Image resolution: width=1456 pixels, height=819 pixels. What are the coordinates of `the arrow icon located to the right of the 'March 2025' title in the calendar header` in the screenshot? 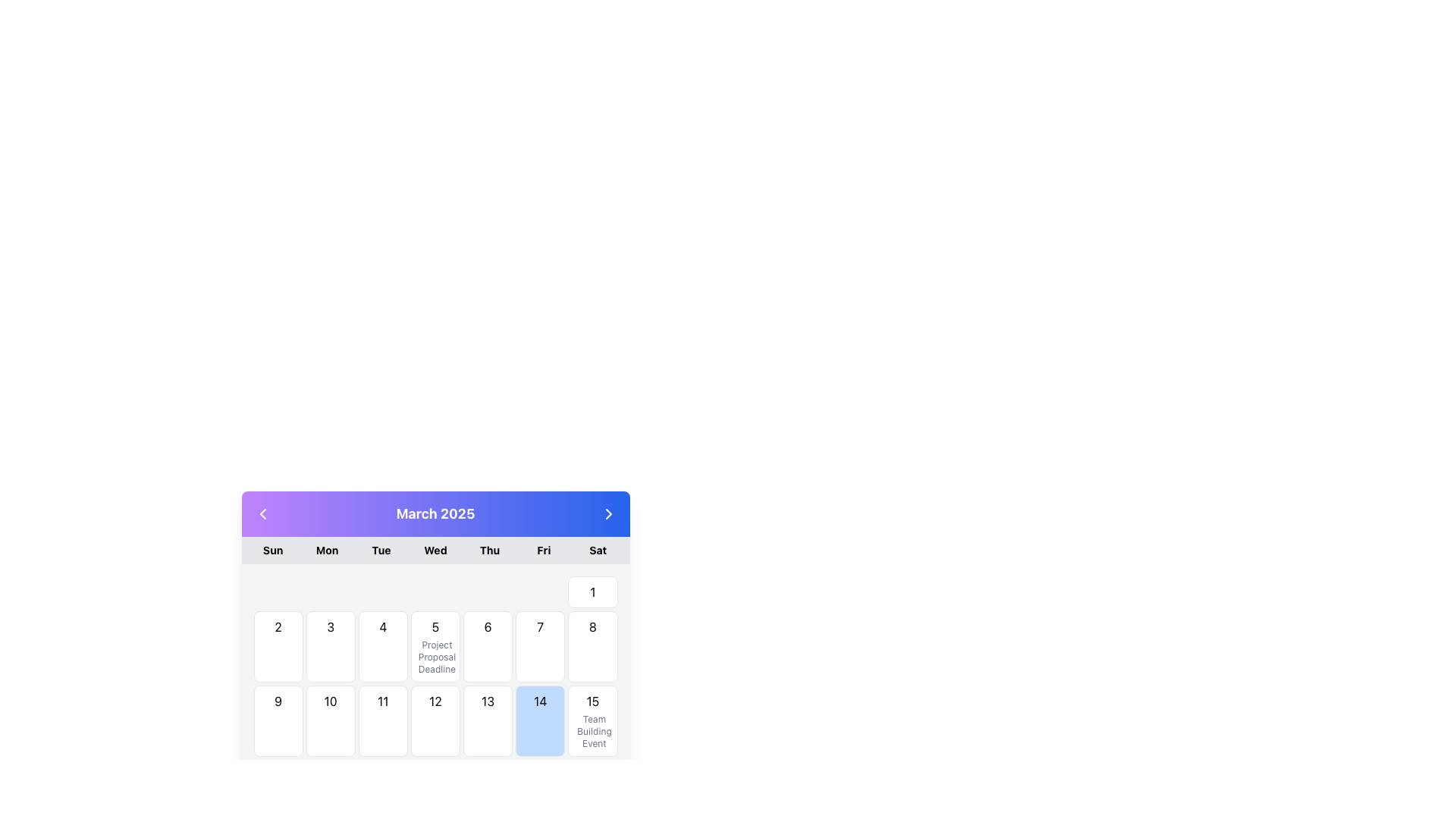 It's located at (608, 513).